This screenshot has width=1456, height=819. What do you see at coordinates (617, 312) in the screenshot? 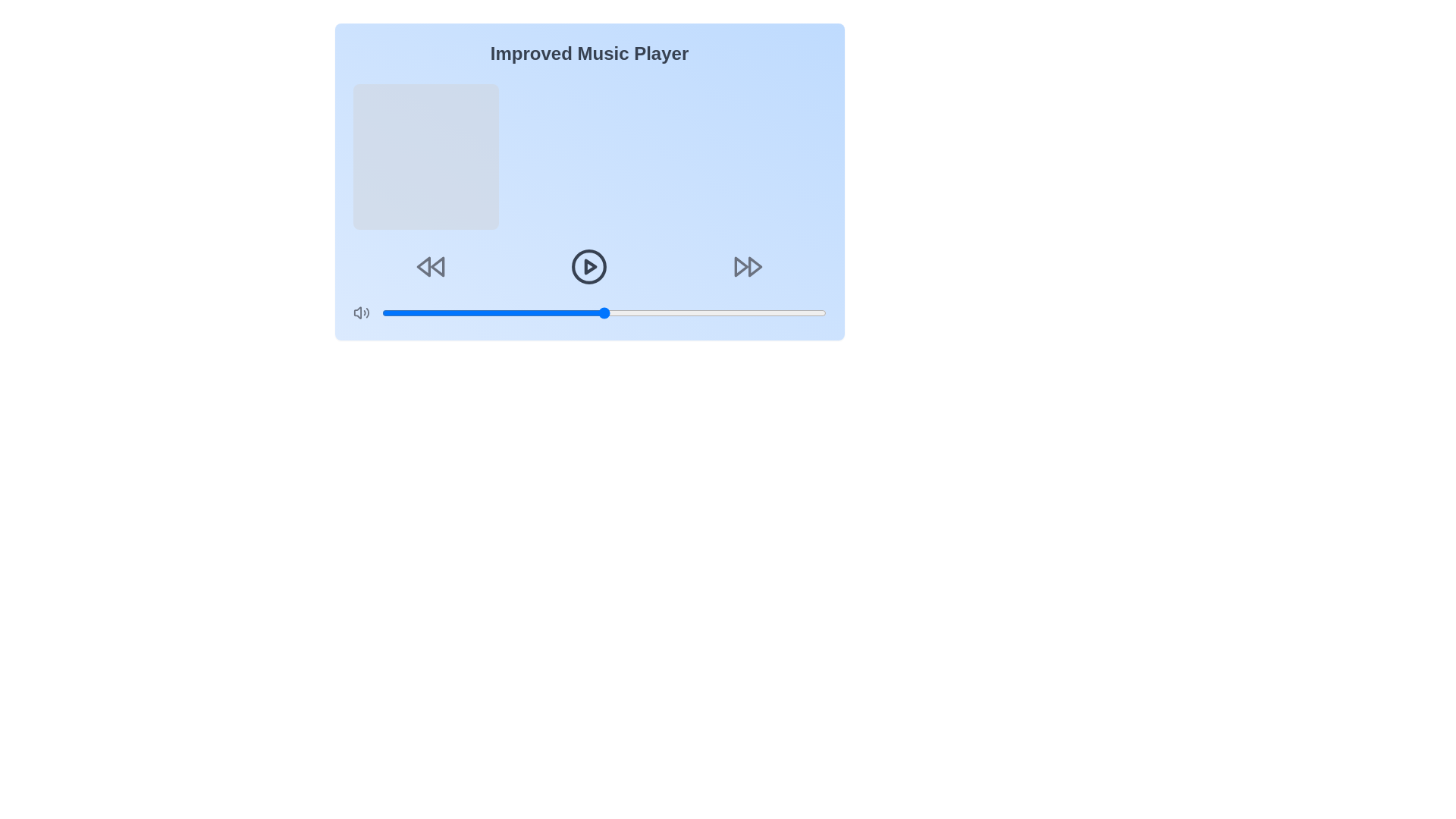
I see `the slider value` at bounding box center [617, 312].